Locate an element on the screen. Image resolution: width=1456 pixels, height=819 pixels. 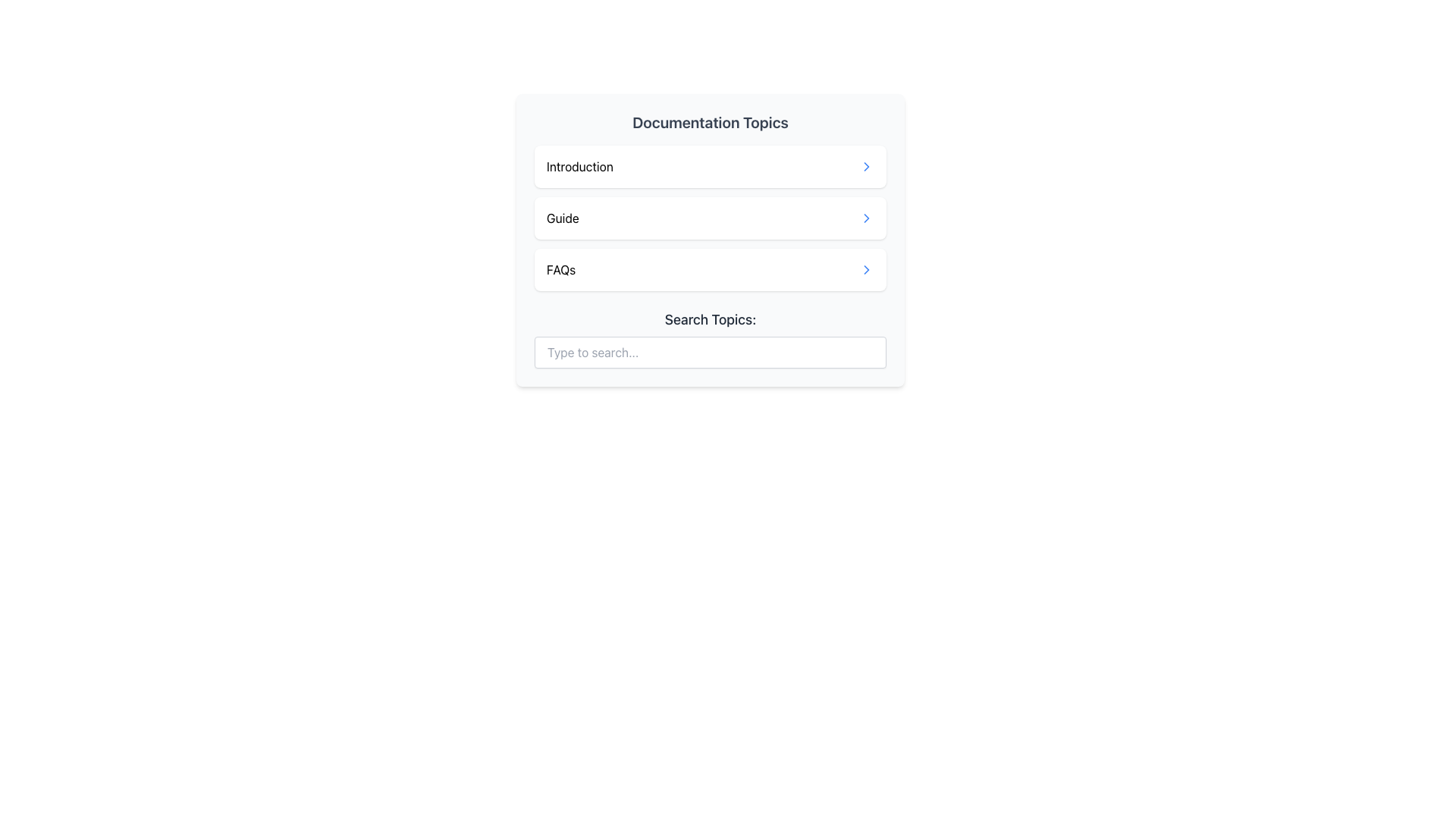
the rightward-pointing blue arrow icon representing a navigation indicator located under the 'FAQs' label in the Documentation Topics list is located at coordinates (866, 268).